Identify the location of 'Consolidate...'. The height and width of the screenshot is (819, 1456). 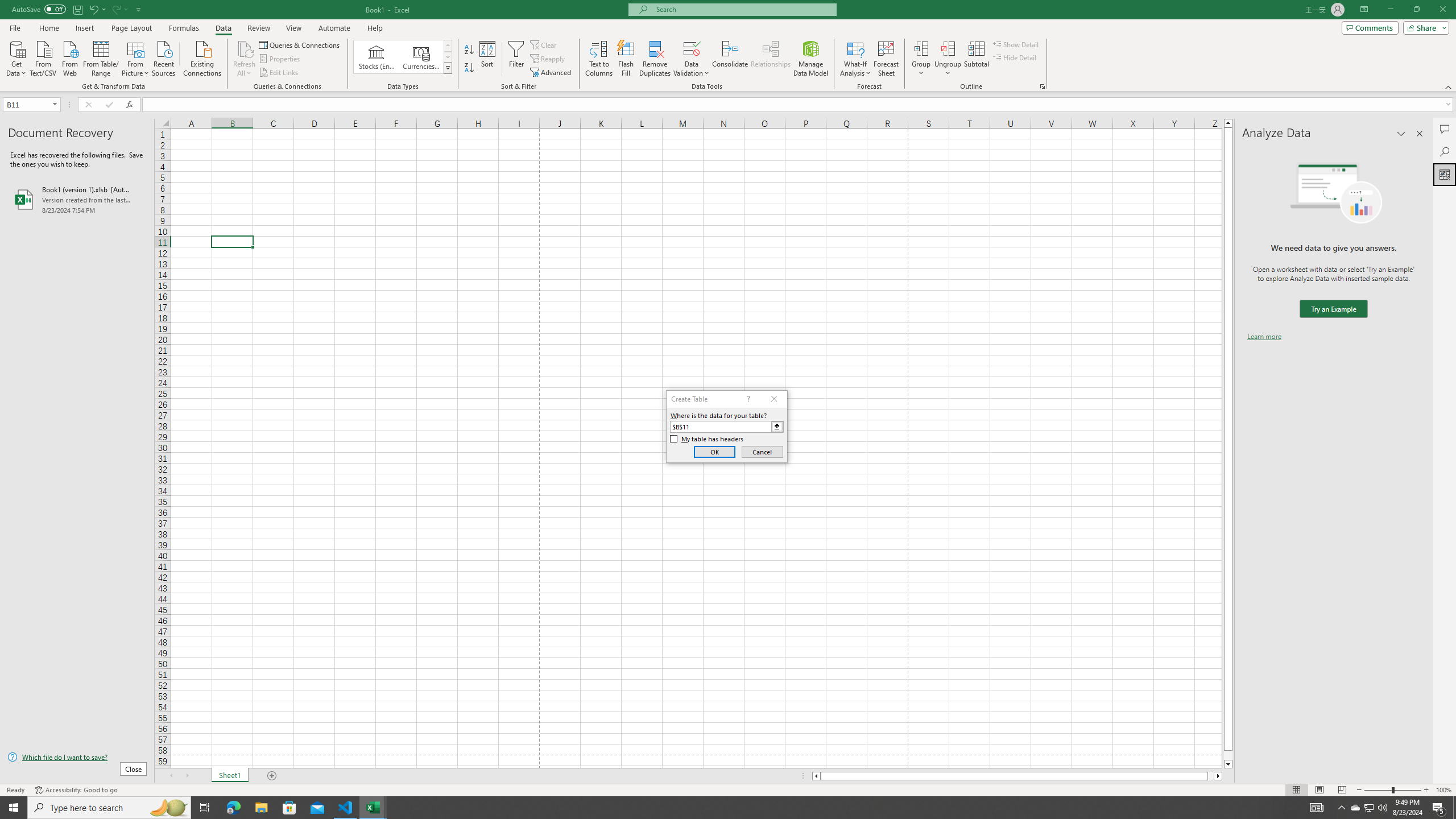
(730, 59).